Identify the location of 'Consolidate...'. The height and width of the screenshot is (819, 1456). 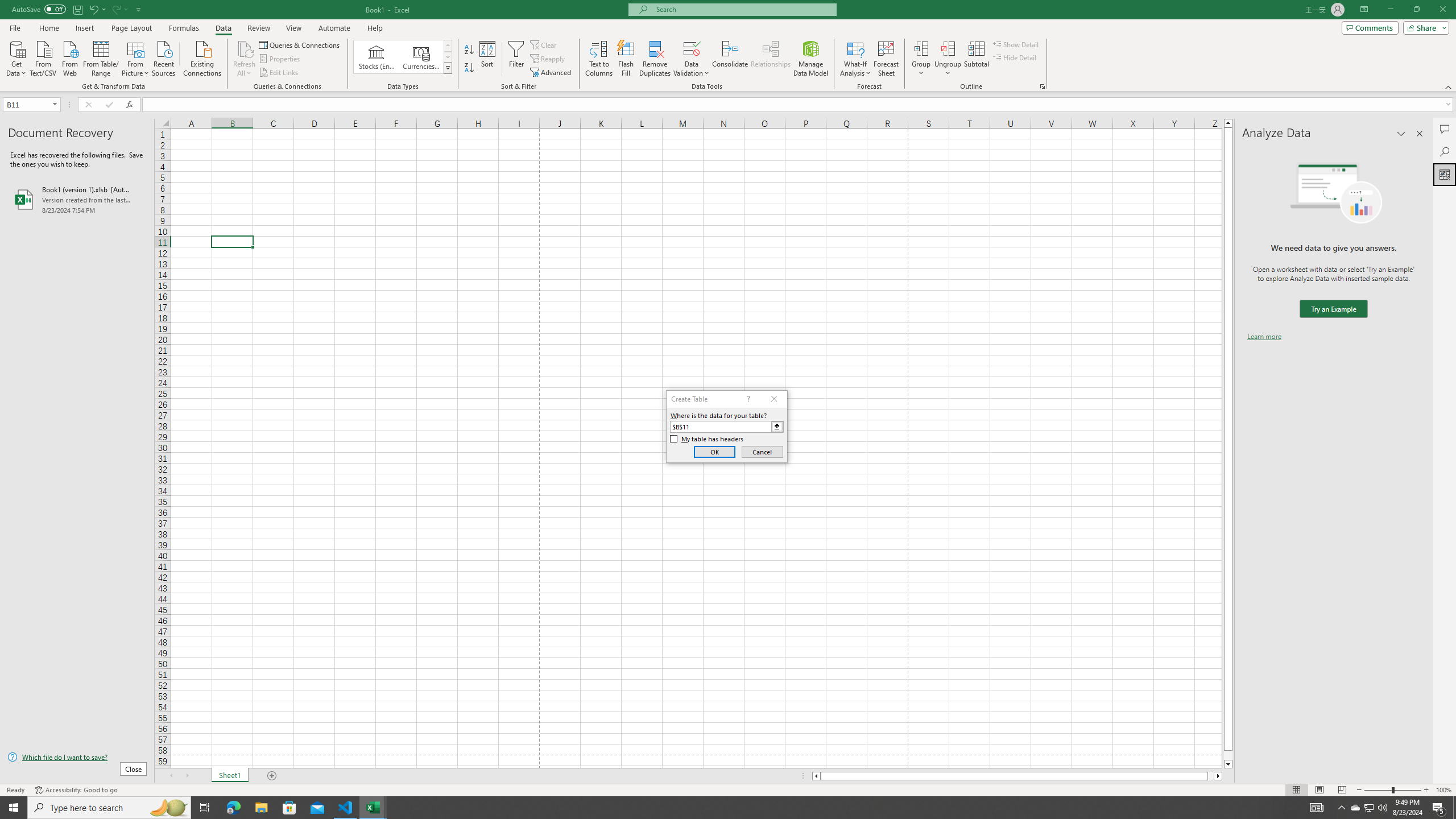
(730, 59).